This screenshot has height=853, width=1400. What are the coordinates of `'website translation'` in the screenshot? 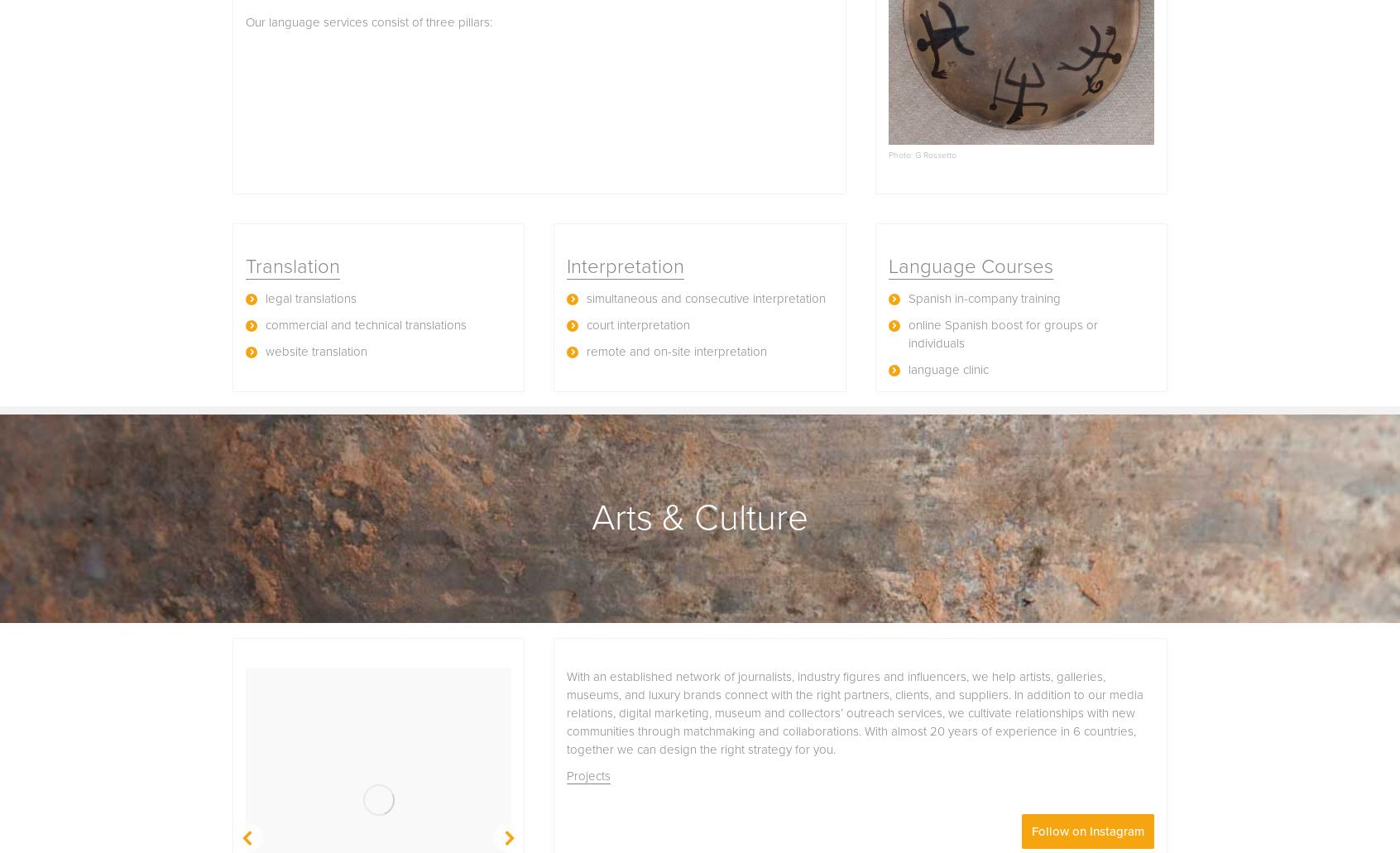 It's located at (316, 351).